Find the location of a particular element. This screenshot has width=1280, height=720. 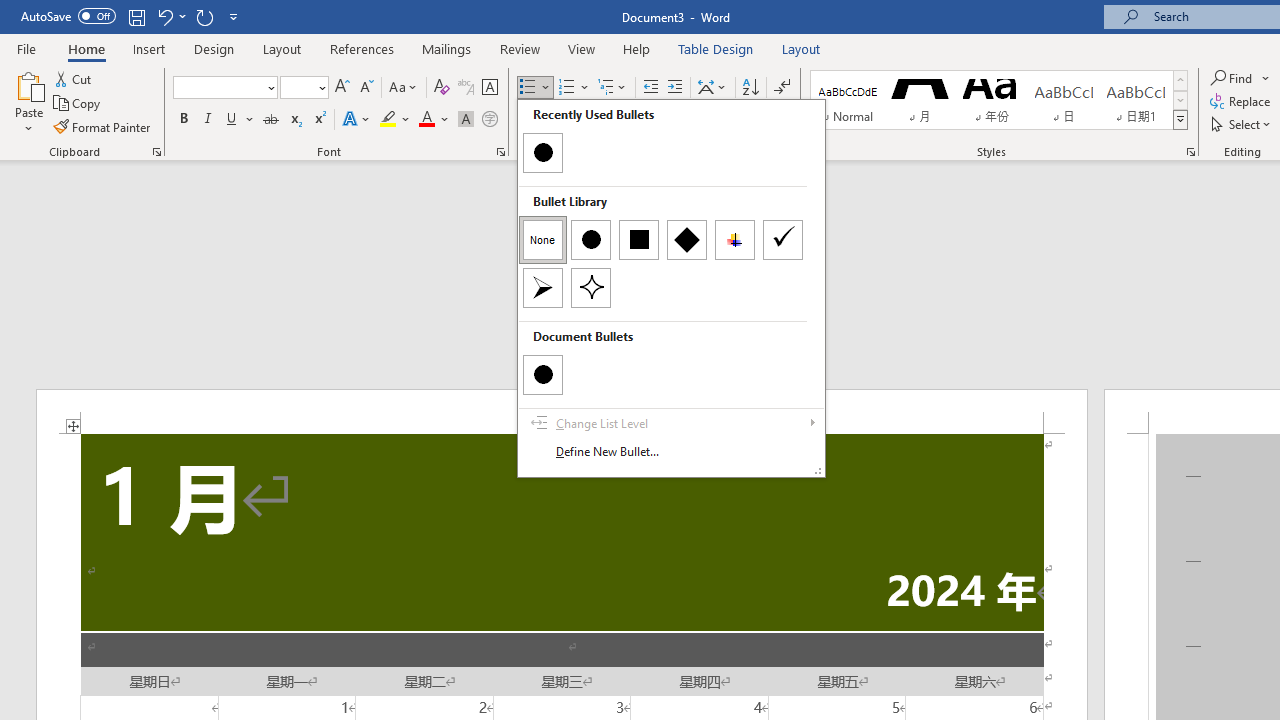

'Superscript' is located at coordinates (318, 119).